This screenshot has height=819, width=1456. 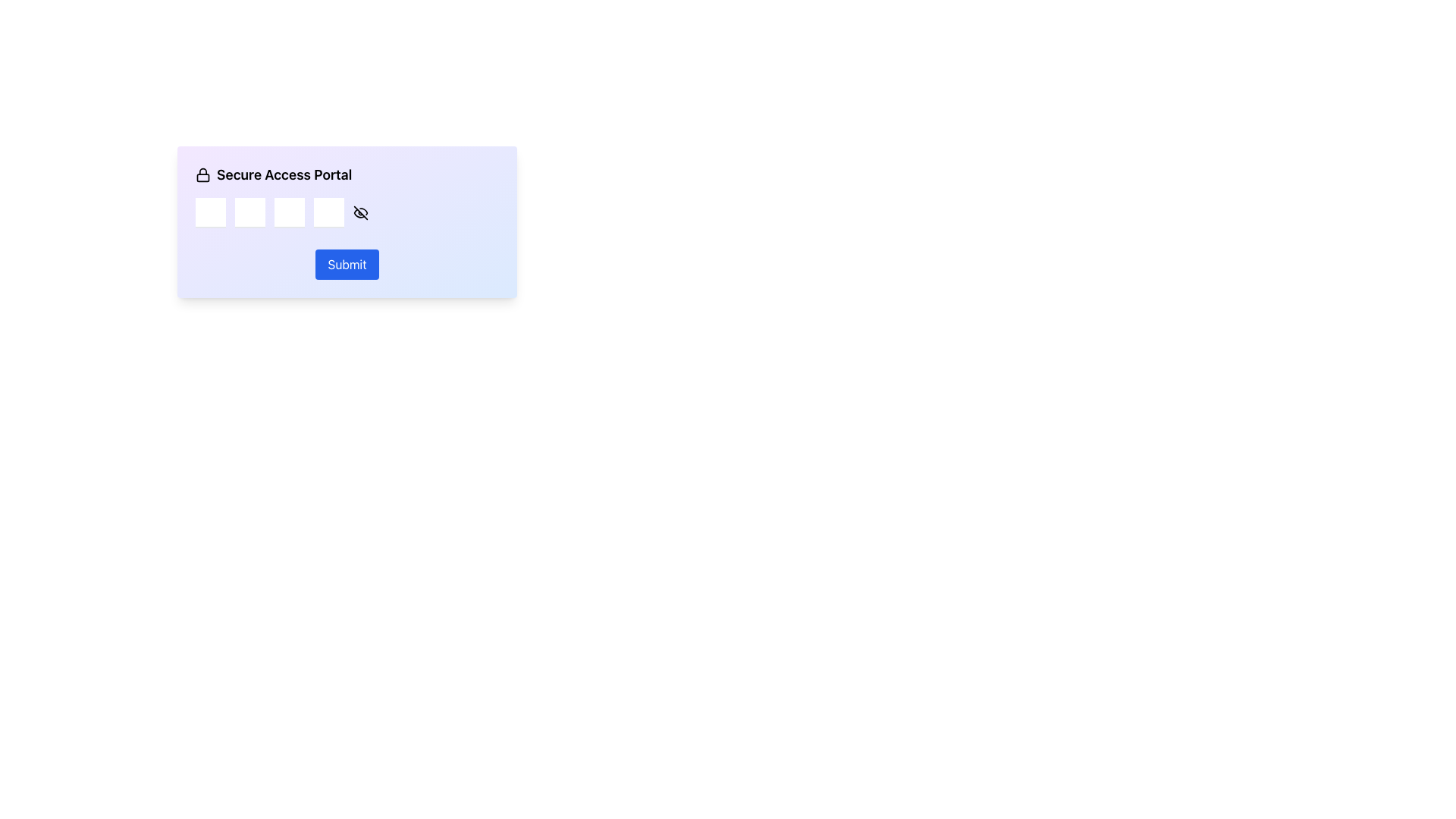 I want to click on the visibility toggle icon located to the right of the input fields in the 'Secure Access Portal' form, so click(x=359, y=213).